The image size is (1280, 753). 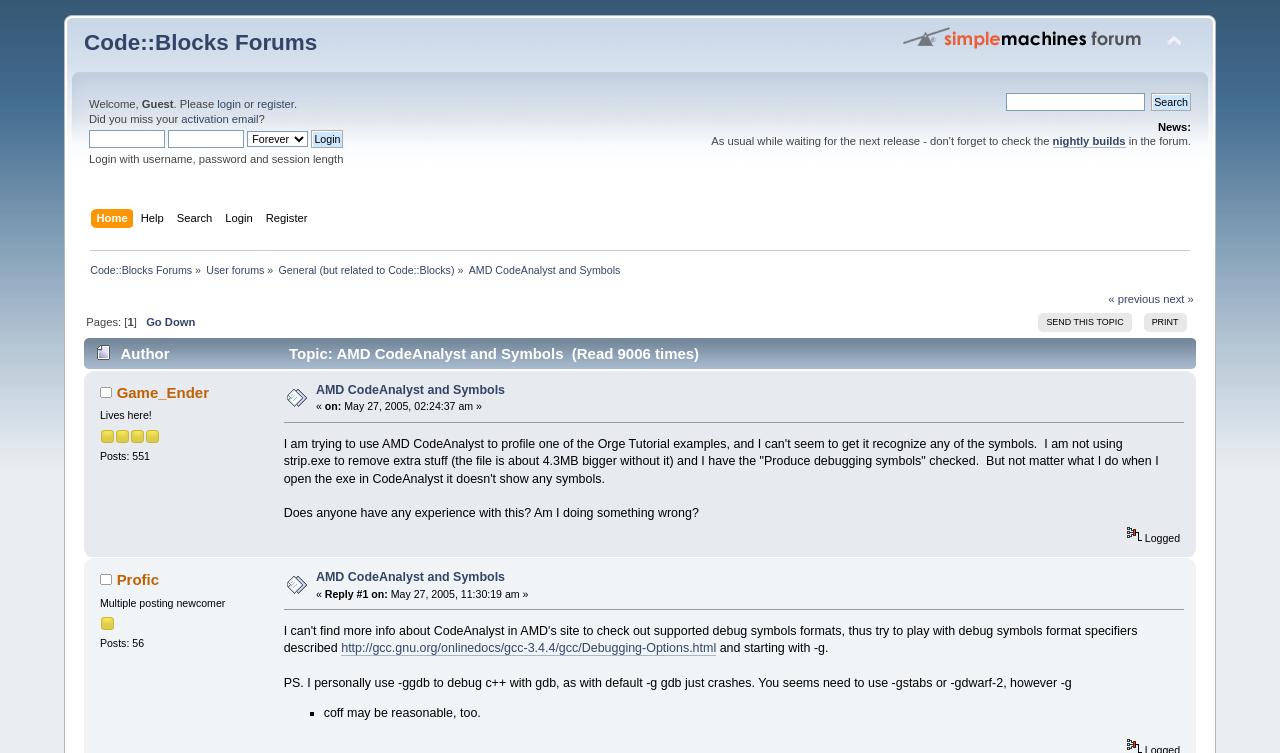 I want to click on 'I can't find more info about CodeAnalyst in AMD's site to check out supported debug symbols formats, thus try to play with debug symbols format specifiers described', so click(x=710, y=637).